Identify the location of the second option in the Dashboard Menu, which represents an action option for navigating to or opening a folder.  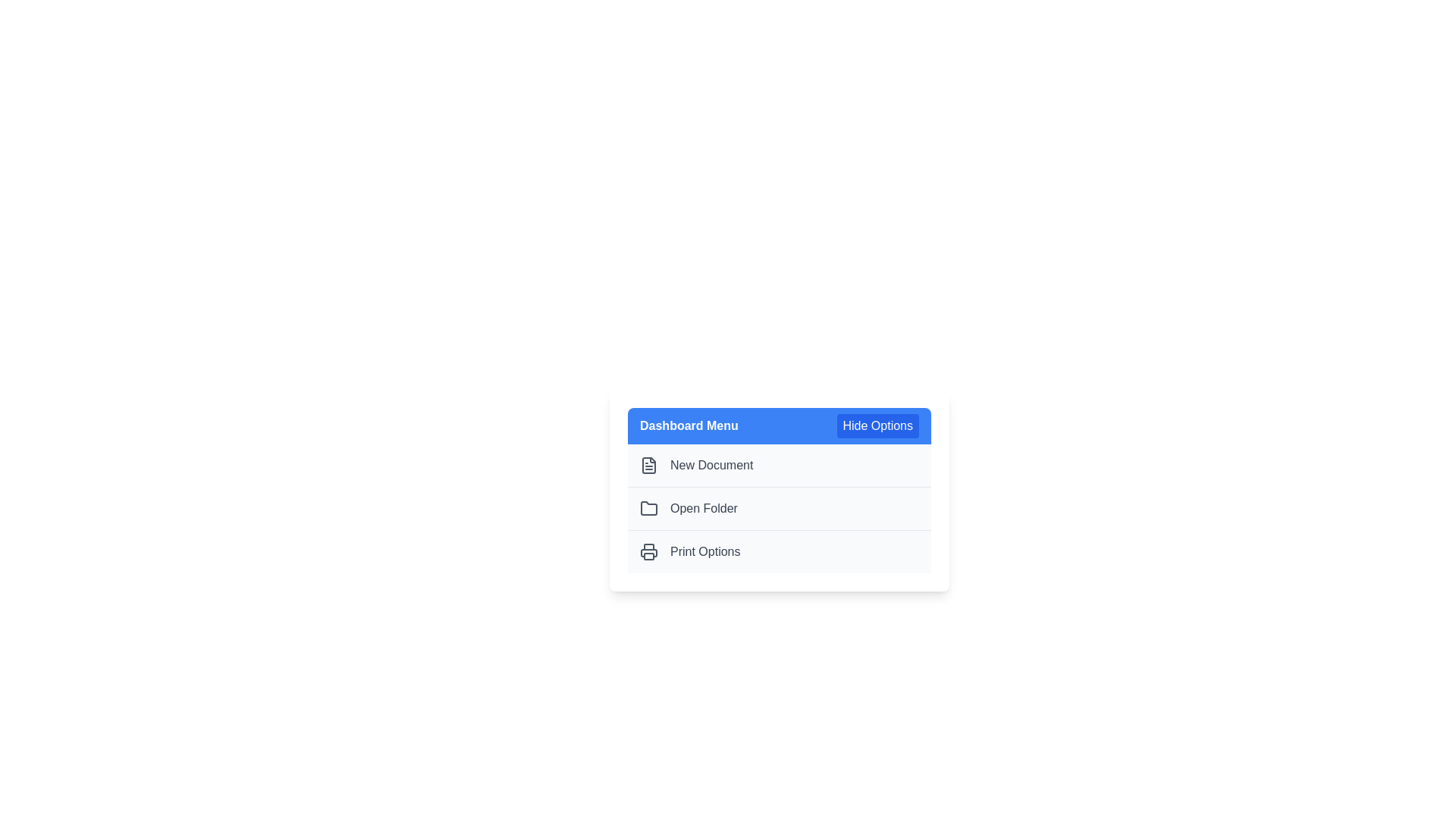
(779, 508).